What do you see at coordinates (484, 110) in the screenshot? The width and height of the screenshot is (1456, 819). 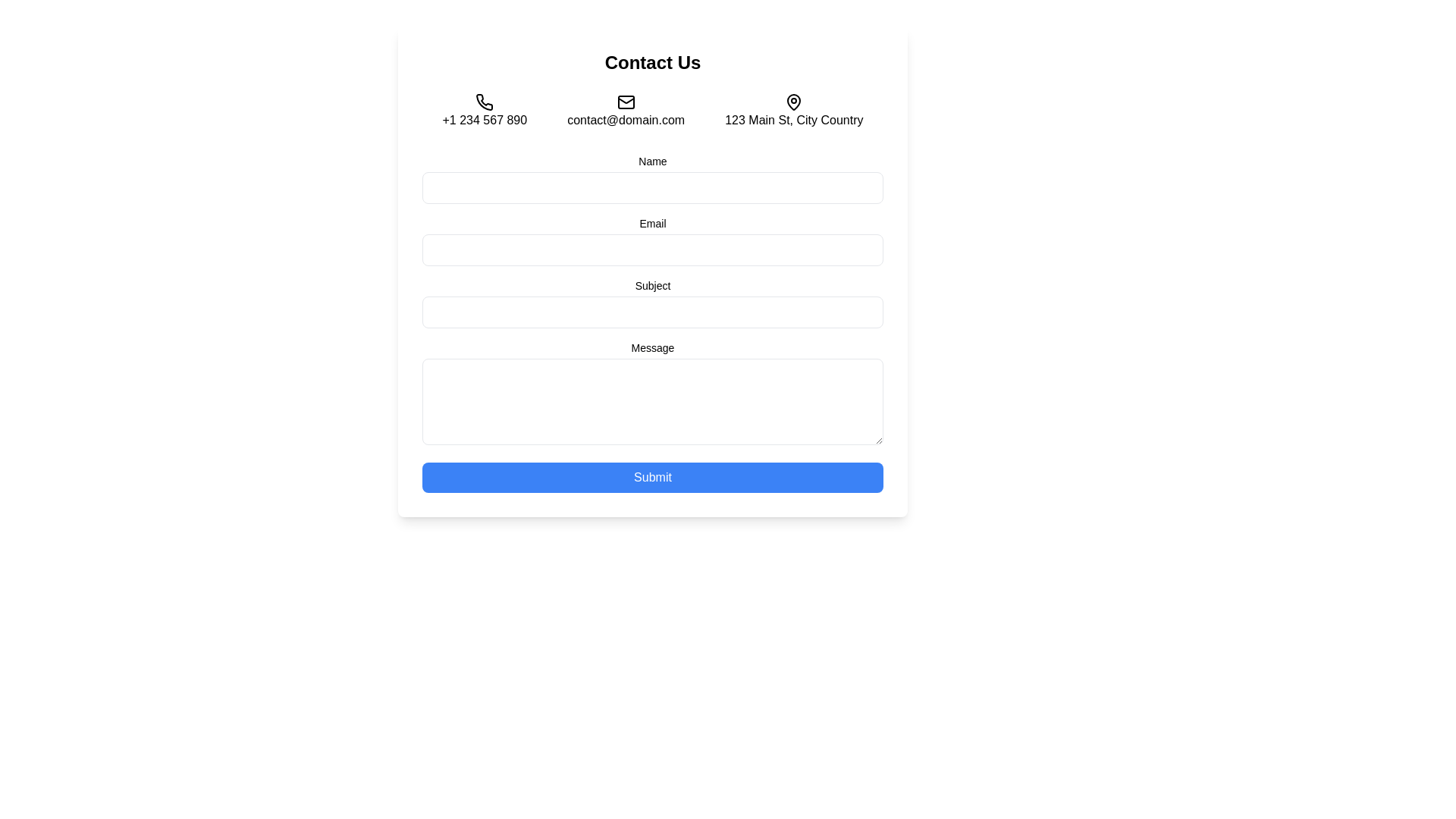 I see `the contact phone number text with accompanying icon located under the 'Contact Us' heading` at bounding box center [484, 110].